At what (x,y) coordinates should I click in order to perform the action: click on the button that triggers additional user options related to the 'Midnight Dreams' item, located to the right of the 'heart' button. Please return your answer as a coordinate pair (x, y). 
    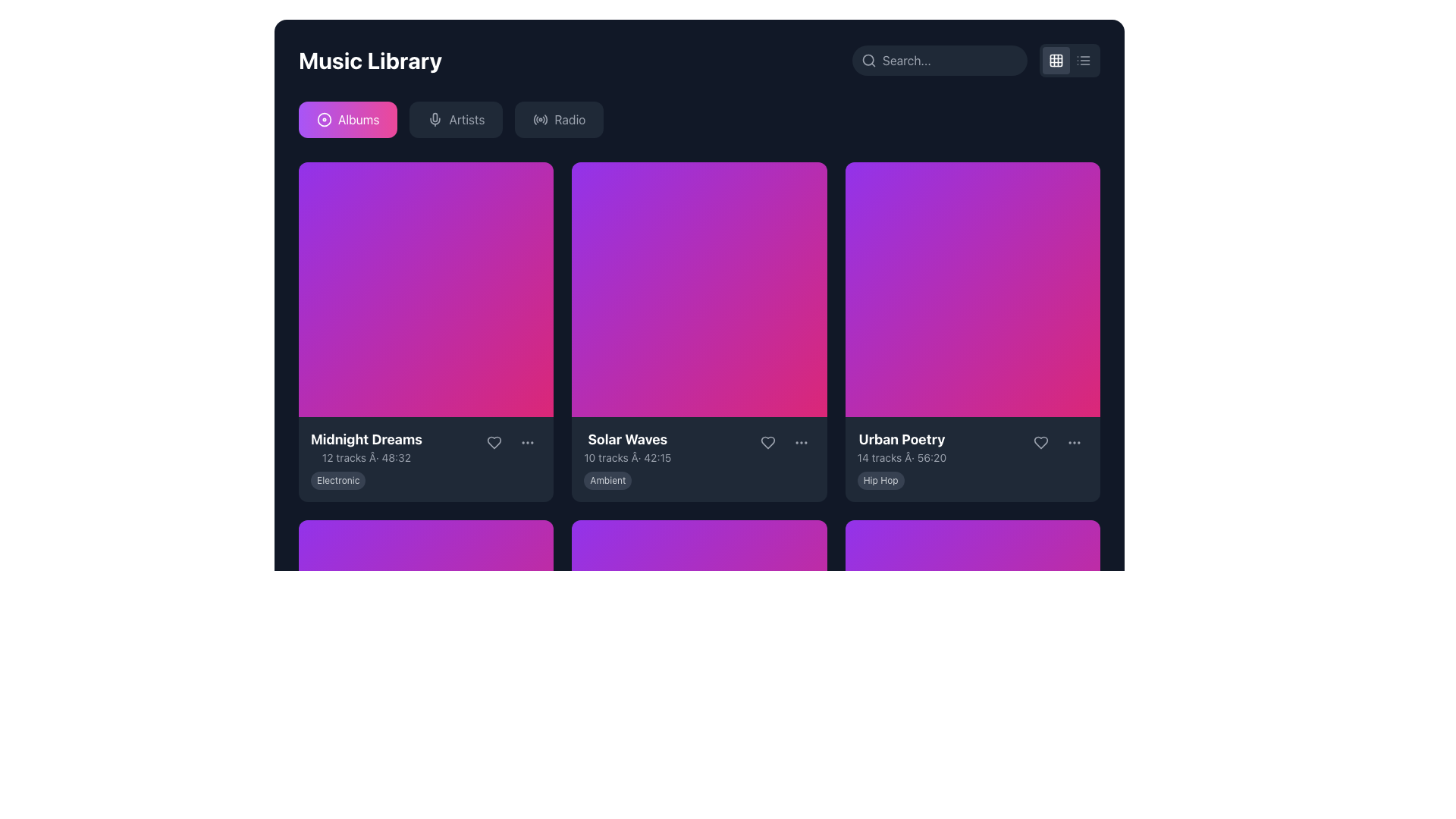
    Looking at the image, I should click on (528, 443).